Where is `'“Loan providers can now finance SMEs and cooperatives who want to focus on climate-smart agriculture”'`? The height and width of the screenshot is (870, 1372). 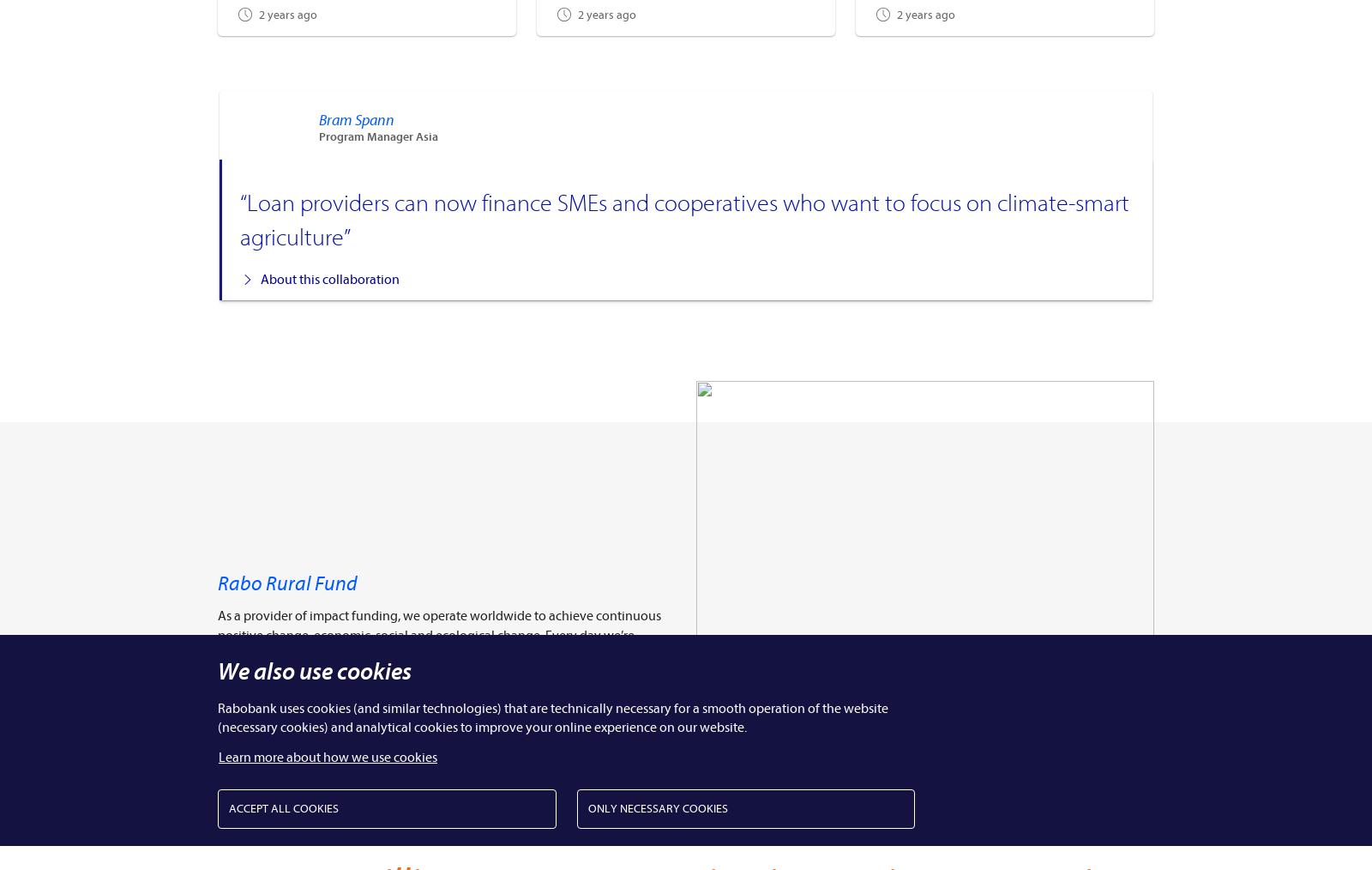 '“Loan providers can now finance SMEs and cooperatives who want to focus on climate-smart agriculture”' is located at coordinates (684, 221).